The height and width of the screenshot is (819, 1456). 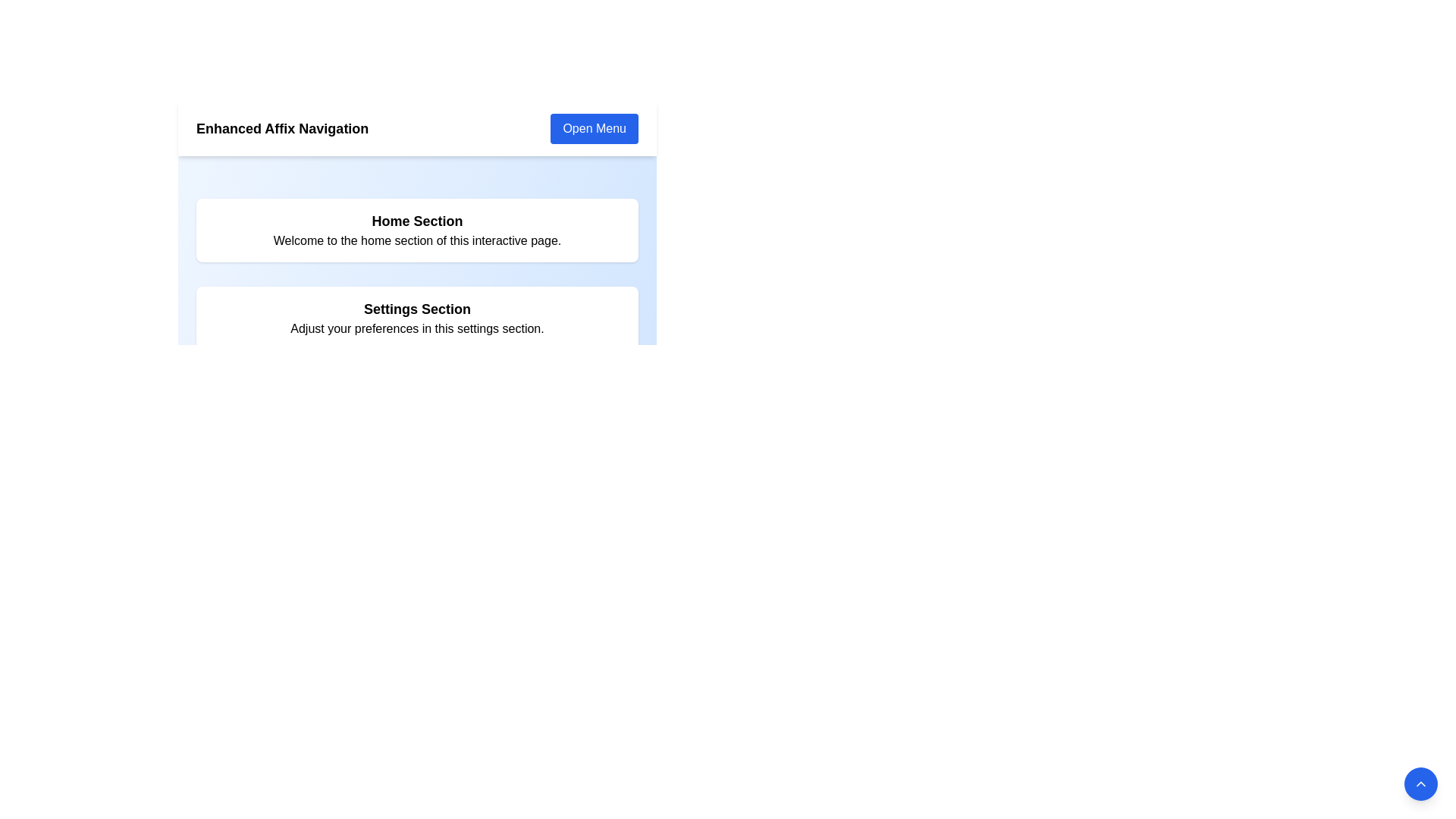 What do you see at coordinates (417, 221) in the screenshot?
I see `the interactive 'Home Section' header text, which serves as the title for the content below` at bounding box center [417, 221].